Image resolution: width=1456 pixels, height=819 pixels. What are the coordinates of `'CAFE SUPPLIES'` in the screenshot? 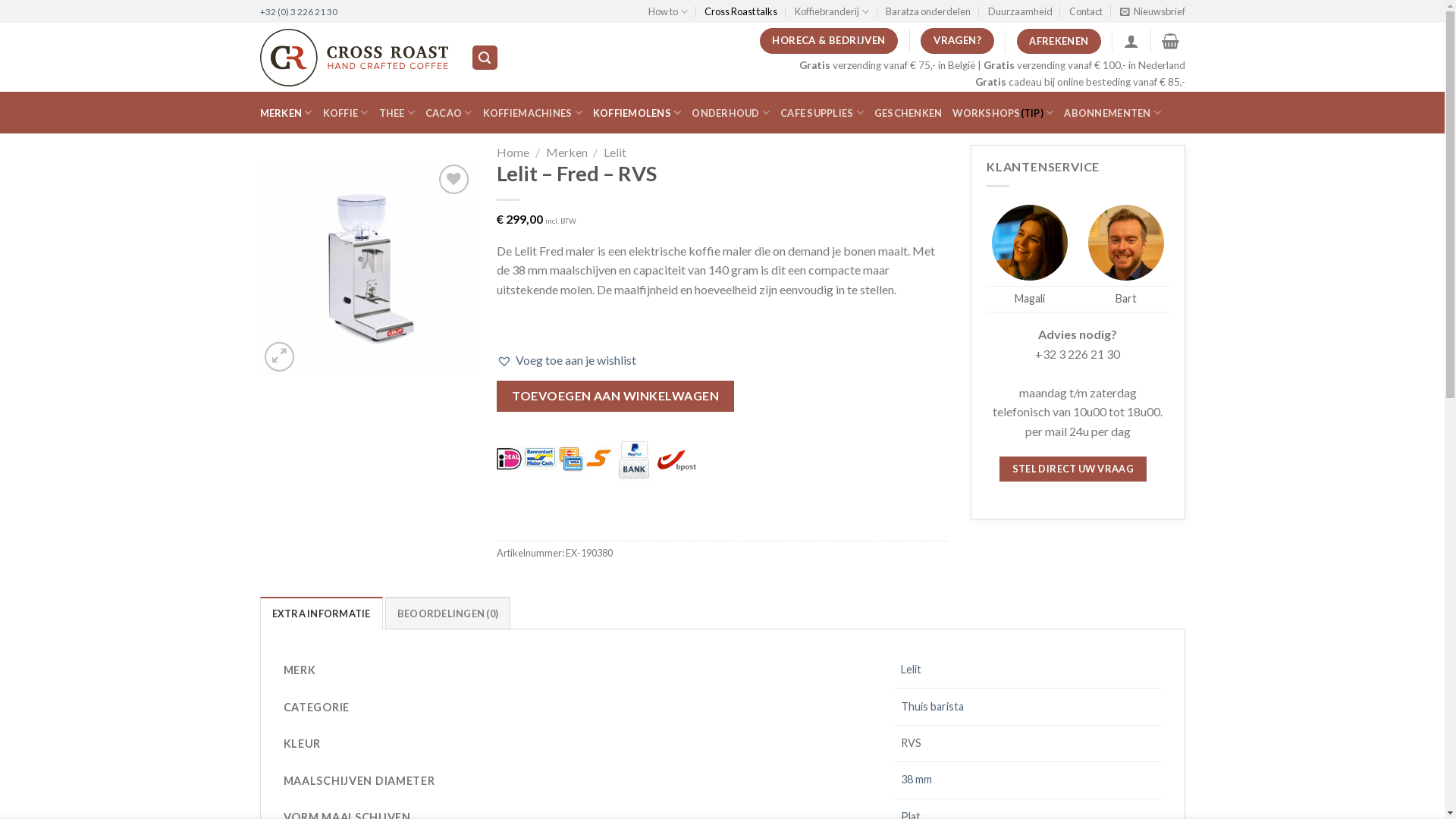 It's located at (821, 112).